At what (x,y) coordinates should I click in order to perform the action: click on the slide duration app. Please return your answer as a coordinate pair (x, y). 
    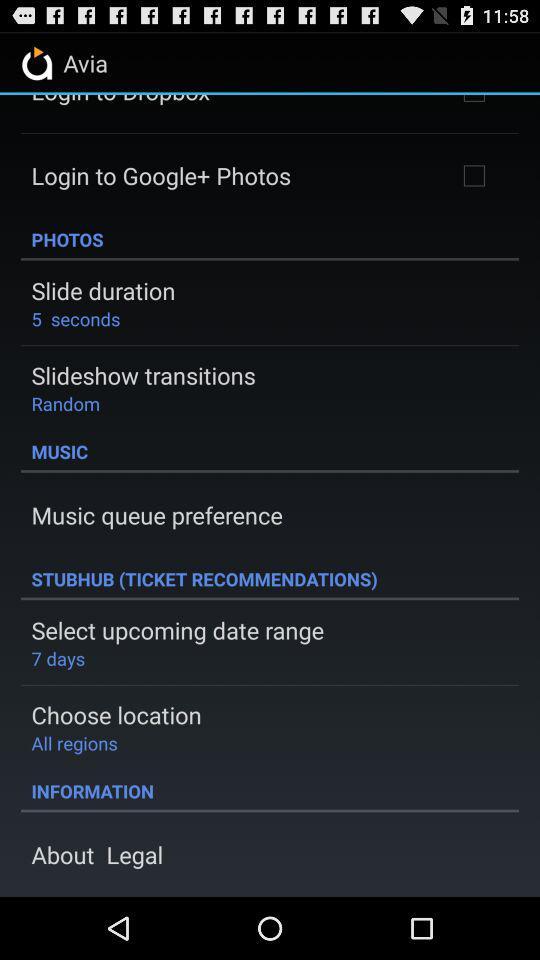
    Looking at the image, I should click on (103, 289).